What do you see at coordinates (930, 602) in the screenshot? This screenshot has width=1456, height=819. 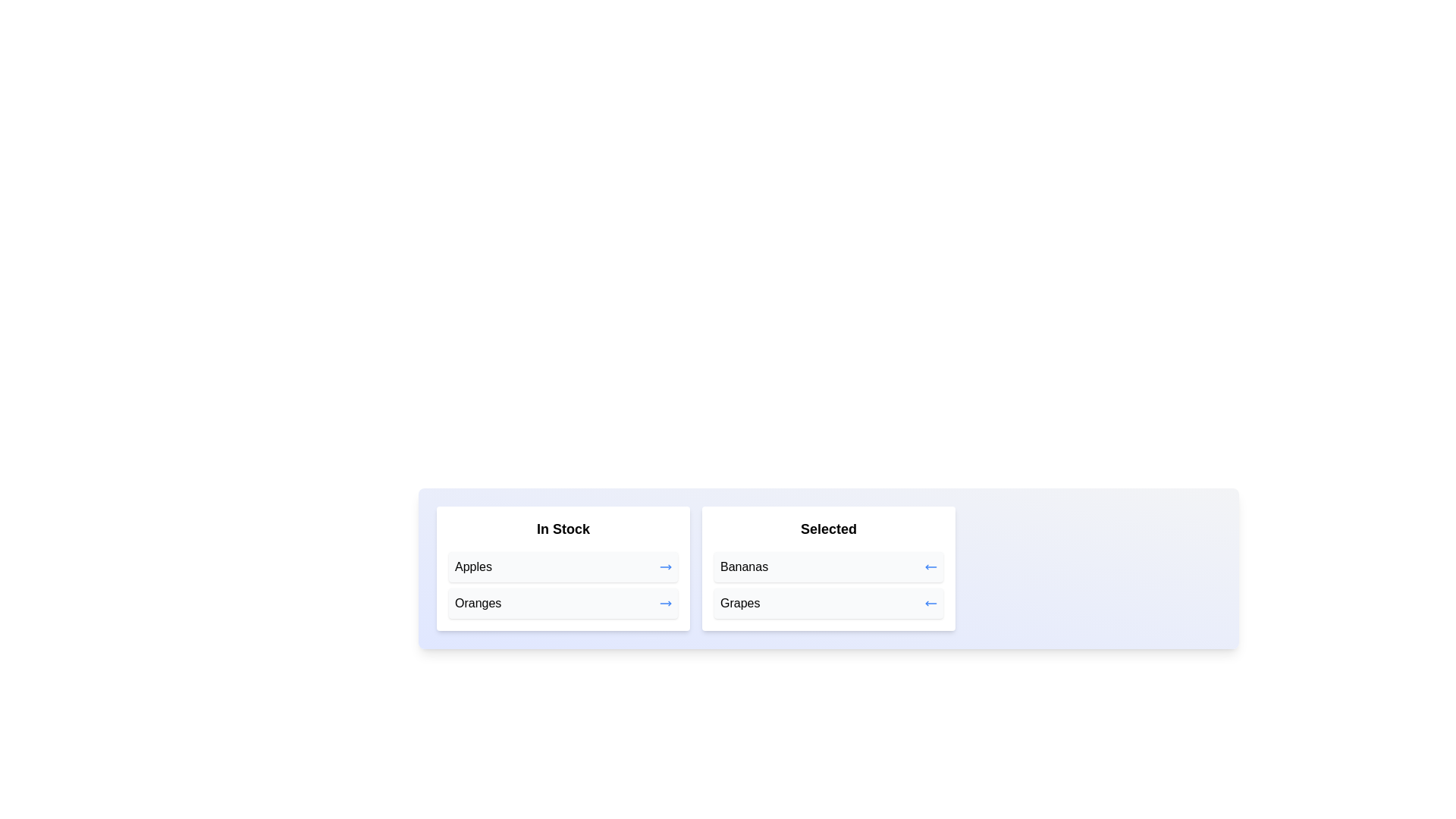 I see `arrow button next to the item Grapes in the 'Selected' list to move it to the 'In Stock' list` at bounding box center [930, 602].